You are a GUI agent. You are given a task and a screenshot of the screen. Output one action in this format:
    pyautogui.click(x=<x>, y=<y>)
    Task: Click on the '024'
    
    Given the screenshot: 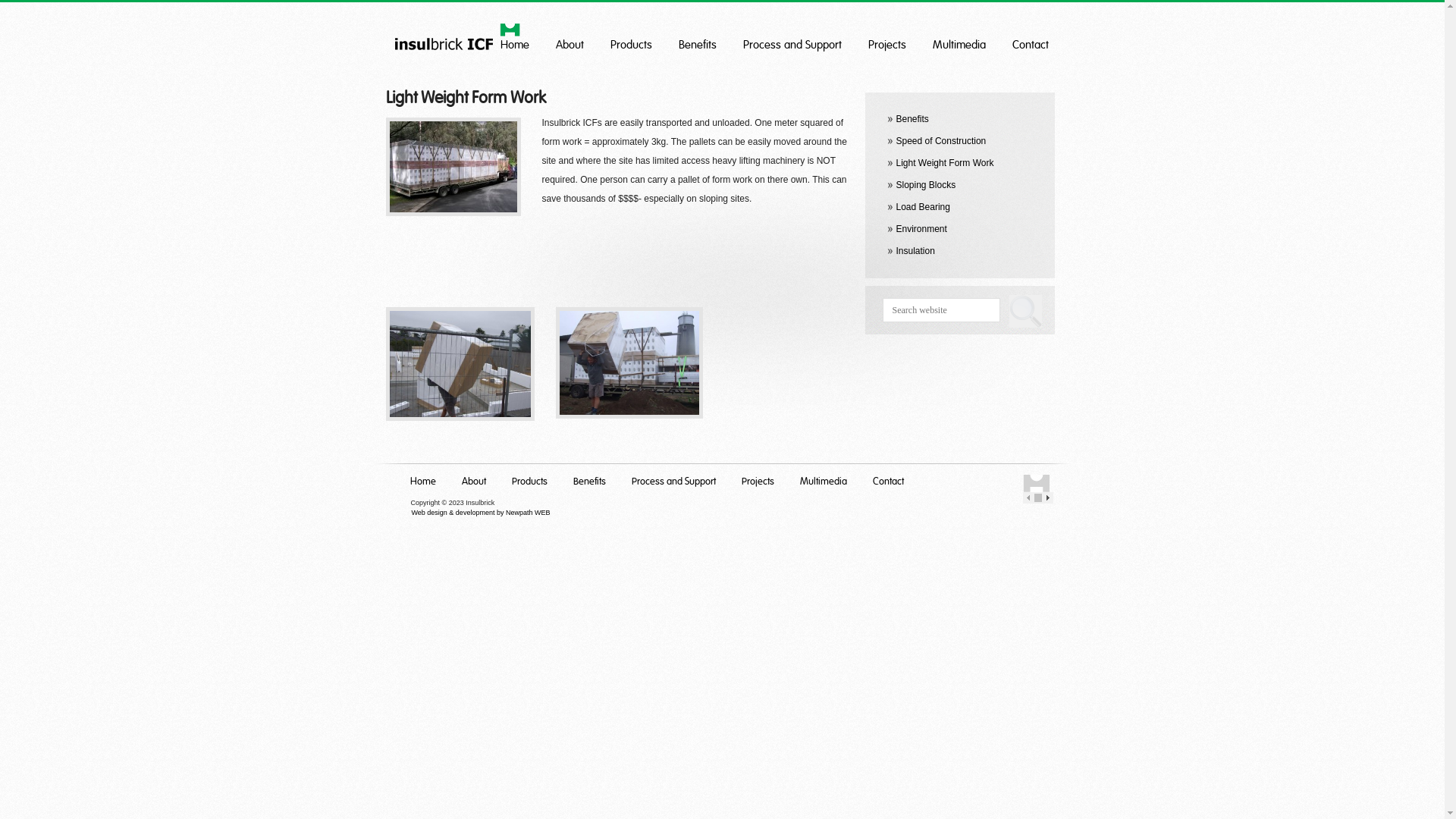 What is the action you would take?
    pyautogui.click(x=458, y=363)
    